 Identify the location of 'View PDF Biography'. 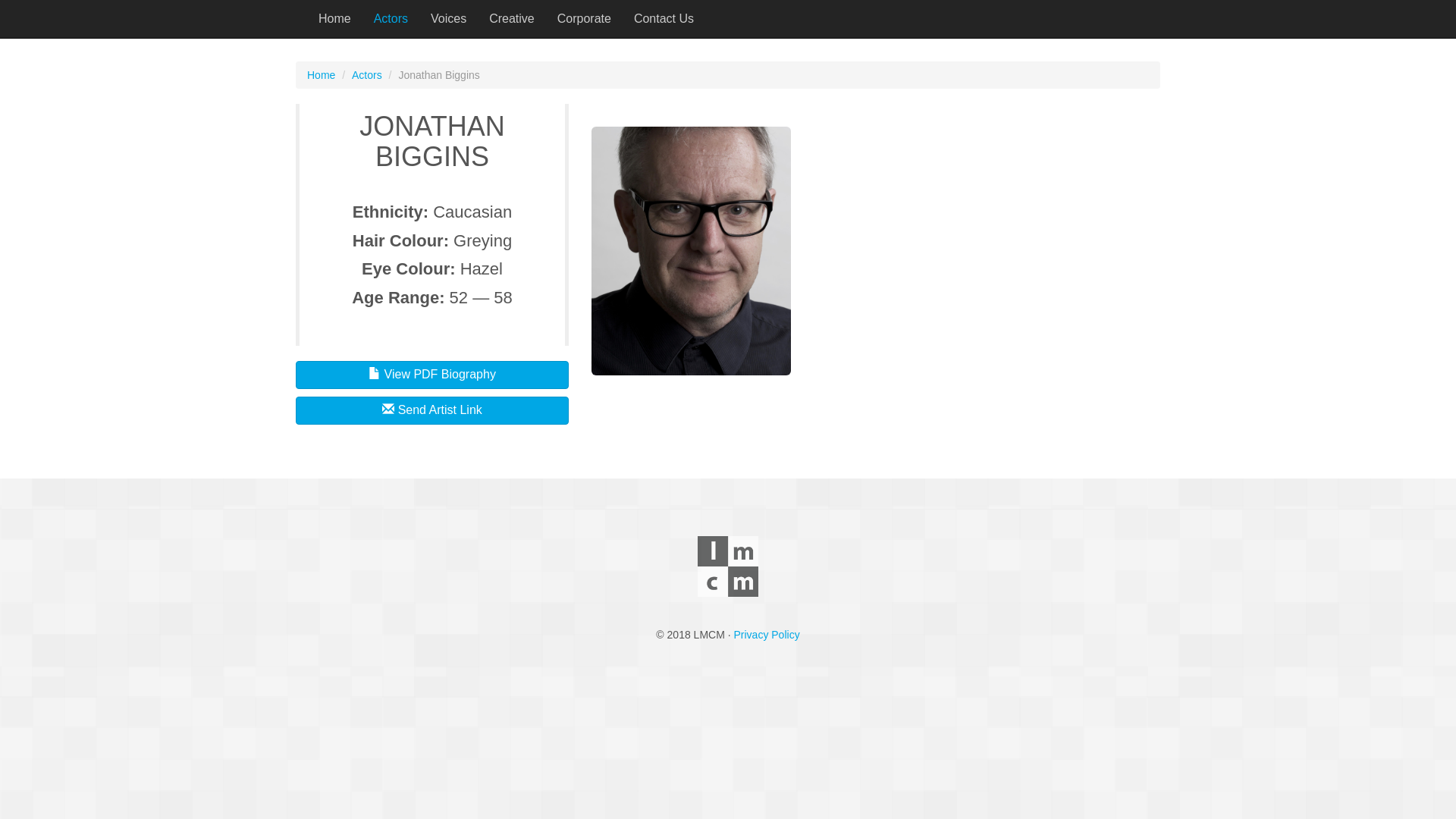
(431, 375).